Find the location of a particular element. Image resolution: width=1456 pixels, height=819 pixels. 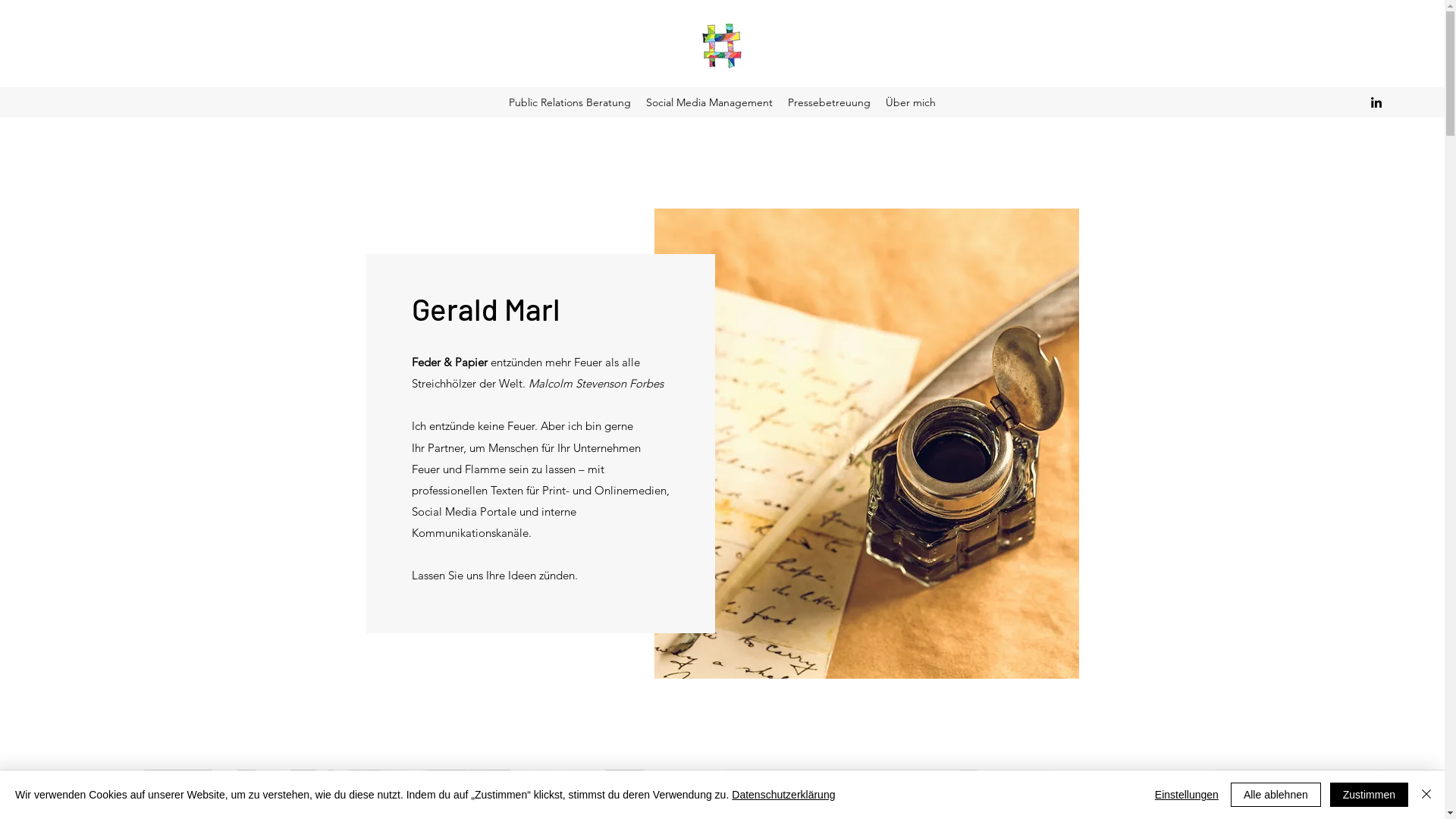

'Zustimmen' is located at coordinates (1329, 794).